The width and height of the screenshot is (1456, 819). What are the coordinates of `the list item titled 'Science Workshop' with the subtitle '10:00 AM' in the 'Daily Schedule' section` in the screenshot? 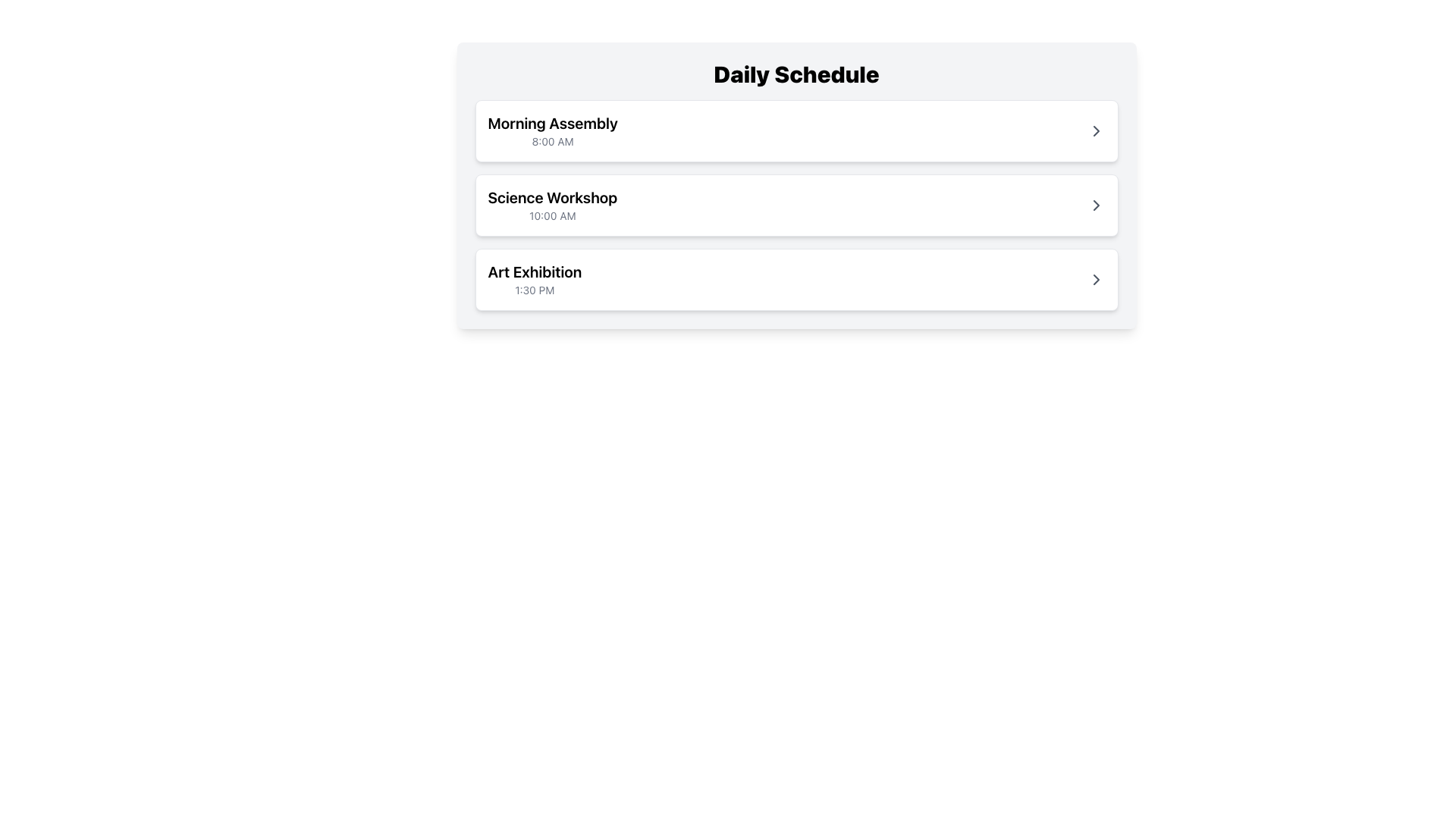 It's located at (795, 205).